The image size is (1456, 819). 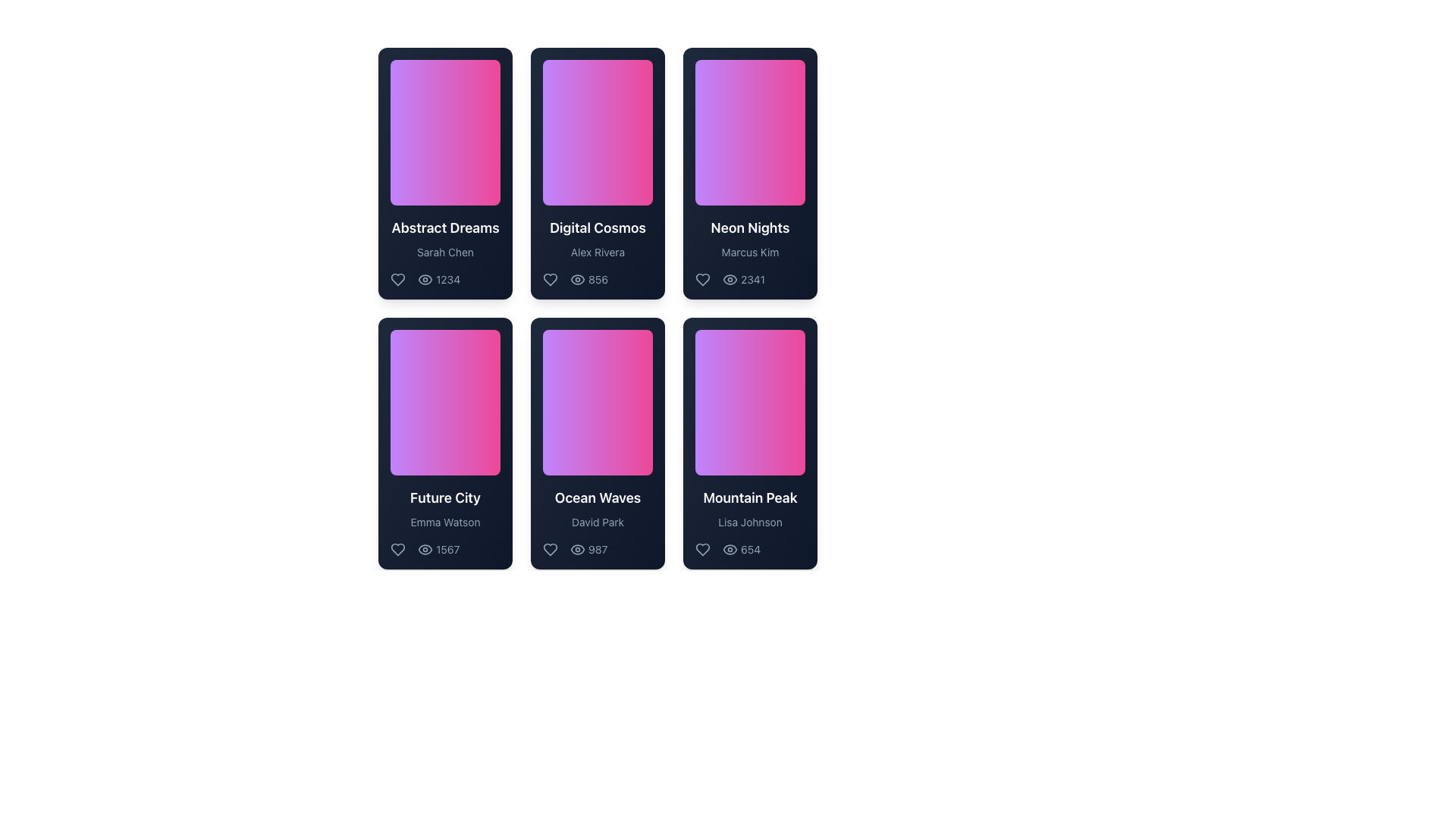 I want to click on the text label displaying 'Sarah Chen' located at the bottom of the 'Abstract Dreams' card, which has a dark-themed gradient background and rounded corners, so click(x=444, y=251).